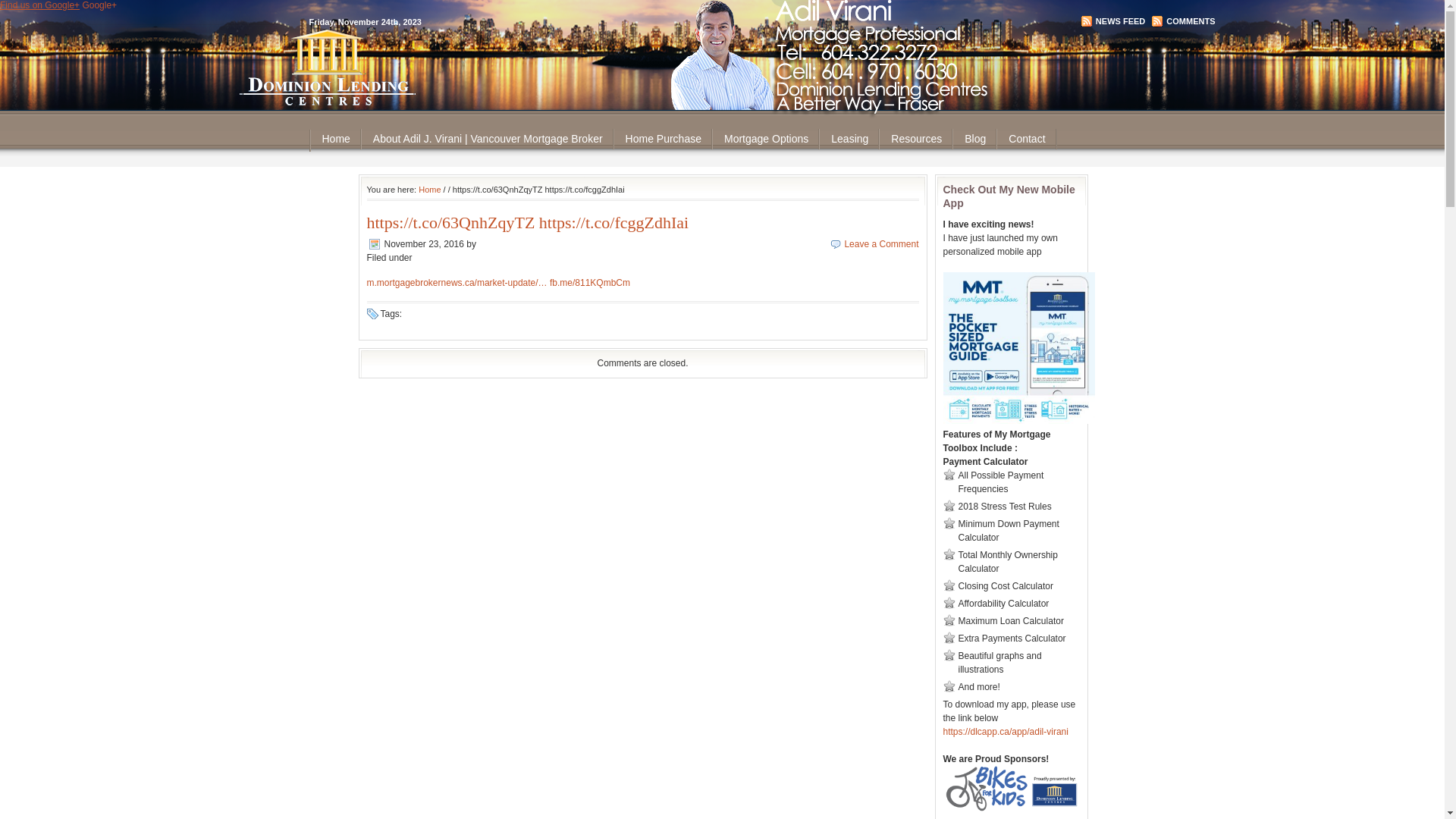 The width and height of the screenshot is (1456, 819). Describe the element at coordinates (712, 139) in the screenshot. I see `'Mortgage Options'` at that location.